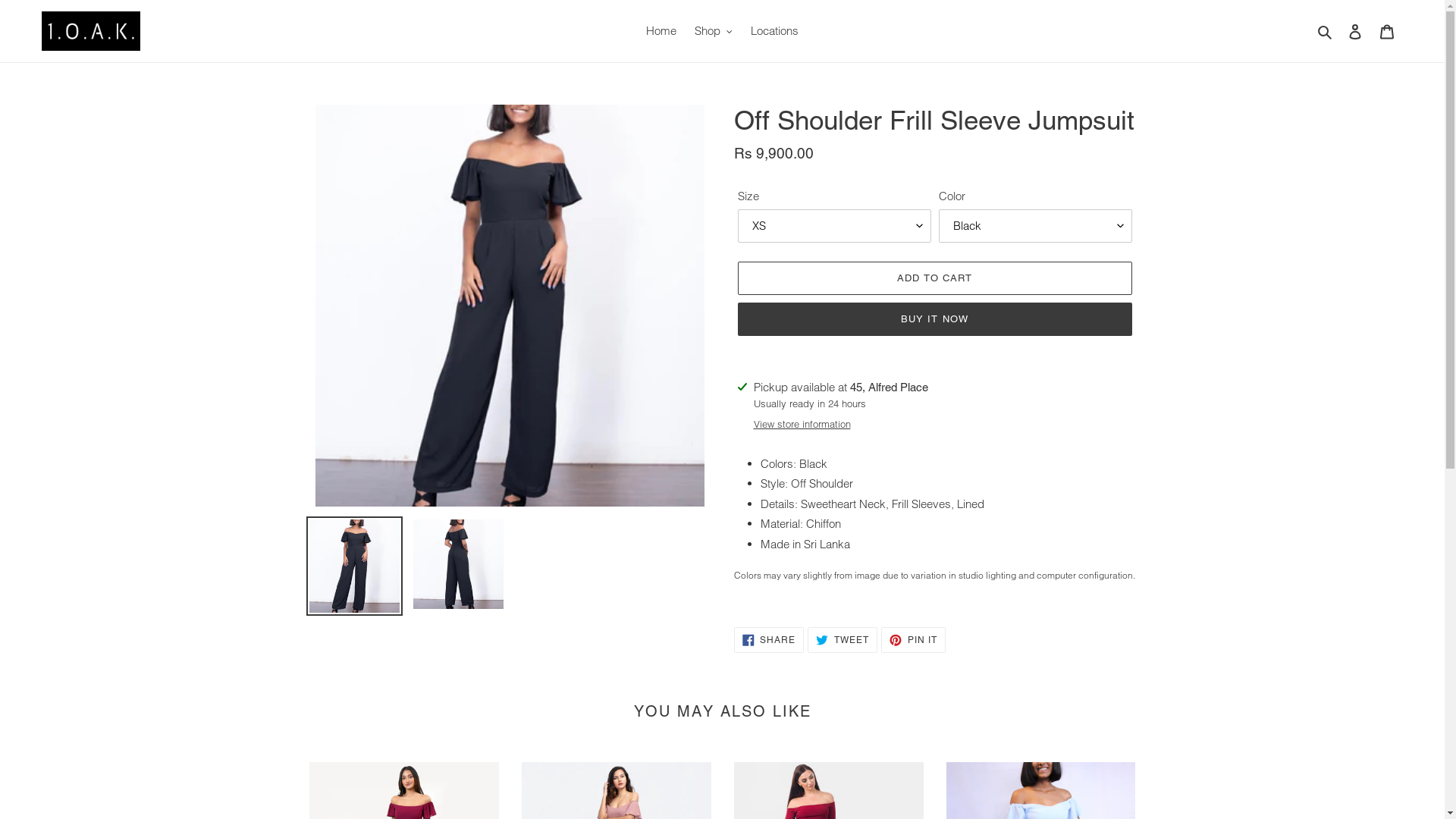 Image resolution: width=1456 pixels, height=819 pixels. What do you see at coordinates (753, 424) in the screenshot?
I see `'View store information'` at bounding box center [753, 424].